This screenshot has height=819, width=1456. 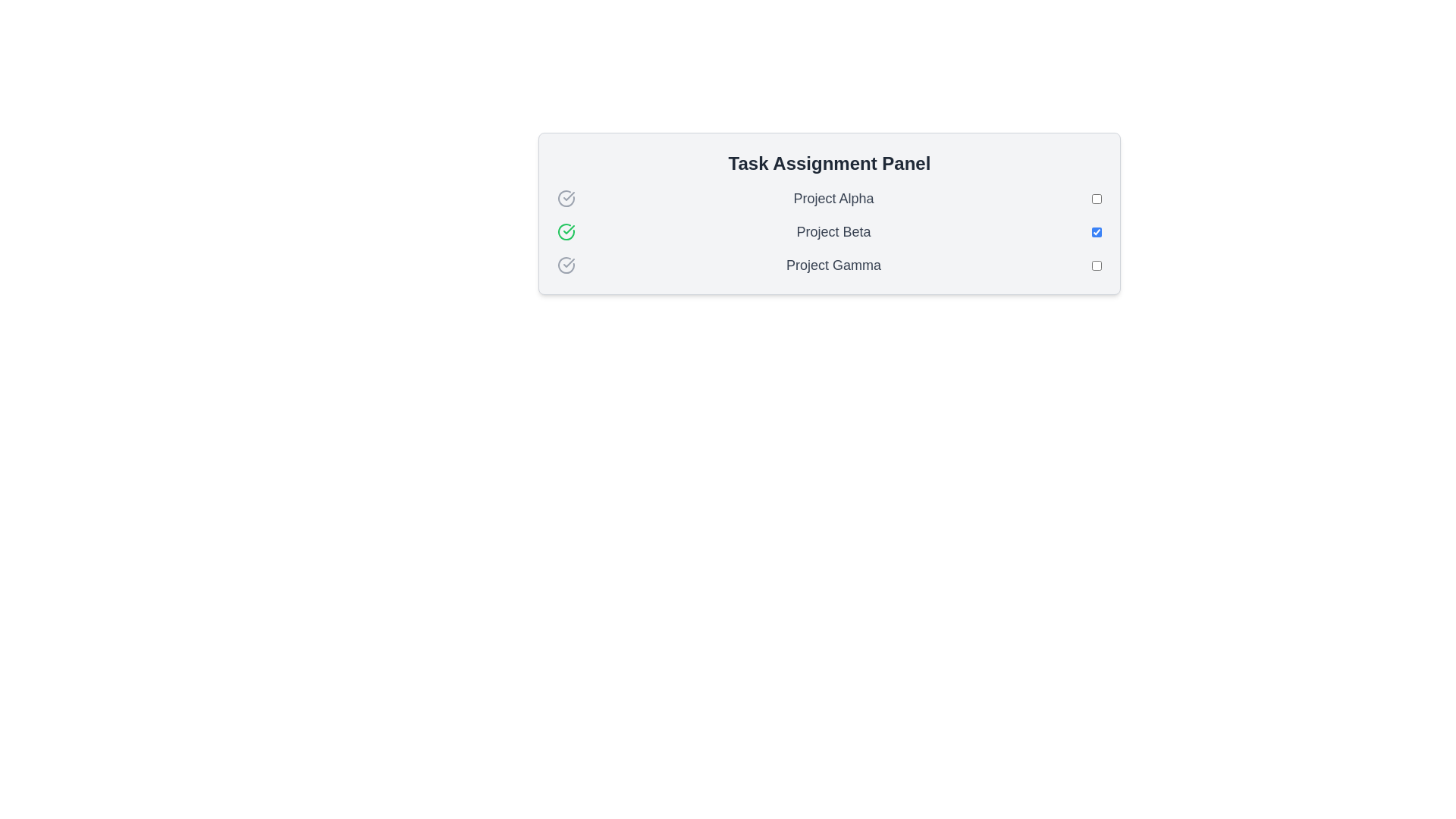 What do you see at coordinates (566, 198) in the screenshot?
I see `the first icon representing the status indicator for 'Project Alpha', which is positioned to the far-left of the text` at bounding box center [566, 198].